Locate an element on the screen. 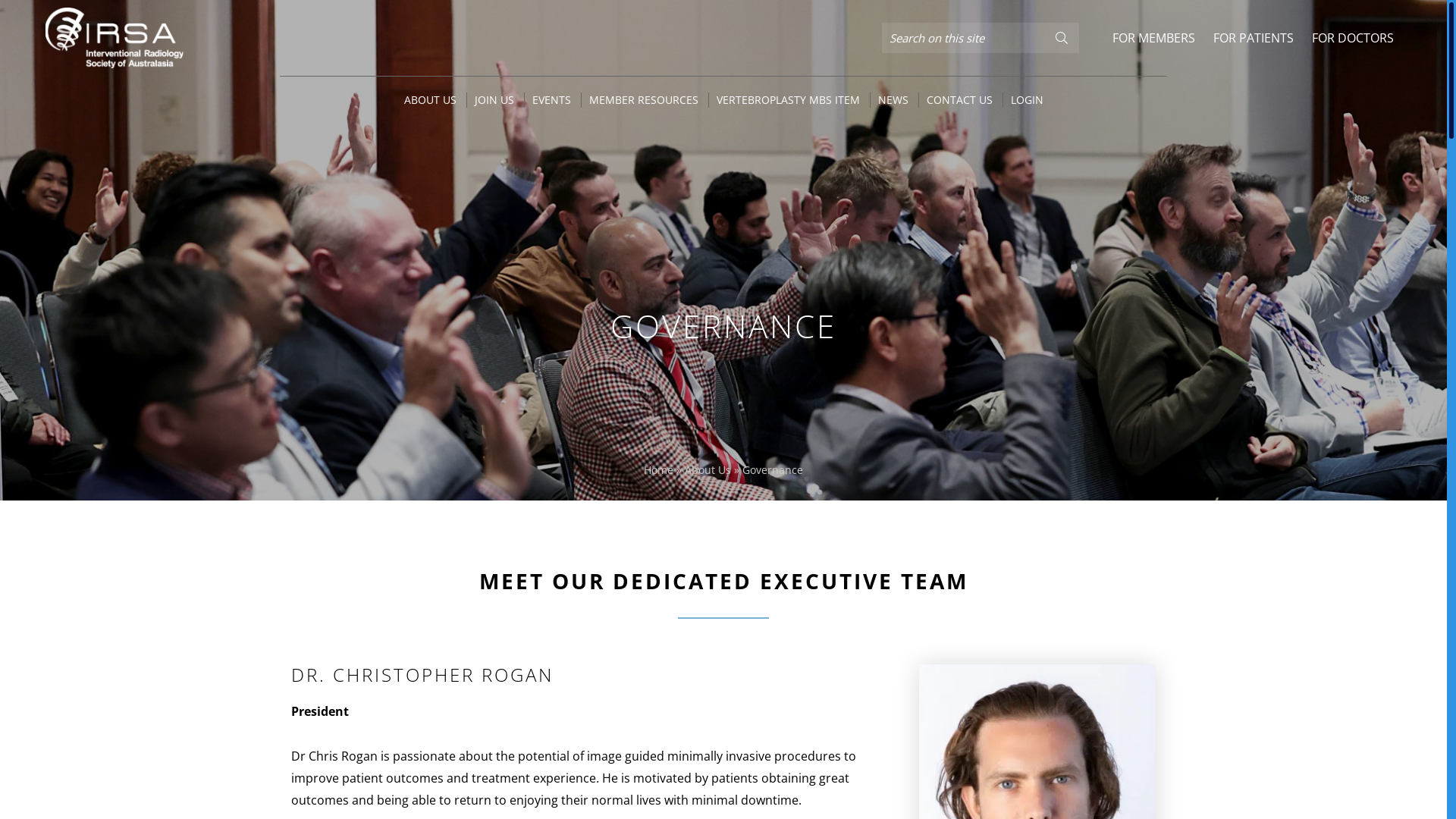 Image resolution: width=1456 pixels, height=819 pixels. 'EVENTS' is located at coordinates (551, 99).